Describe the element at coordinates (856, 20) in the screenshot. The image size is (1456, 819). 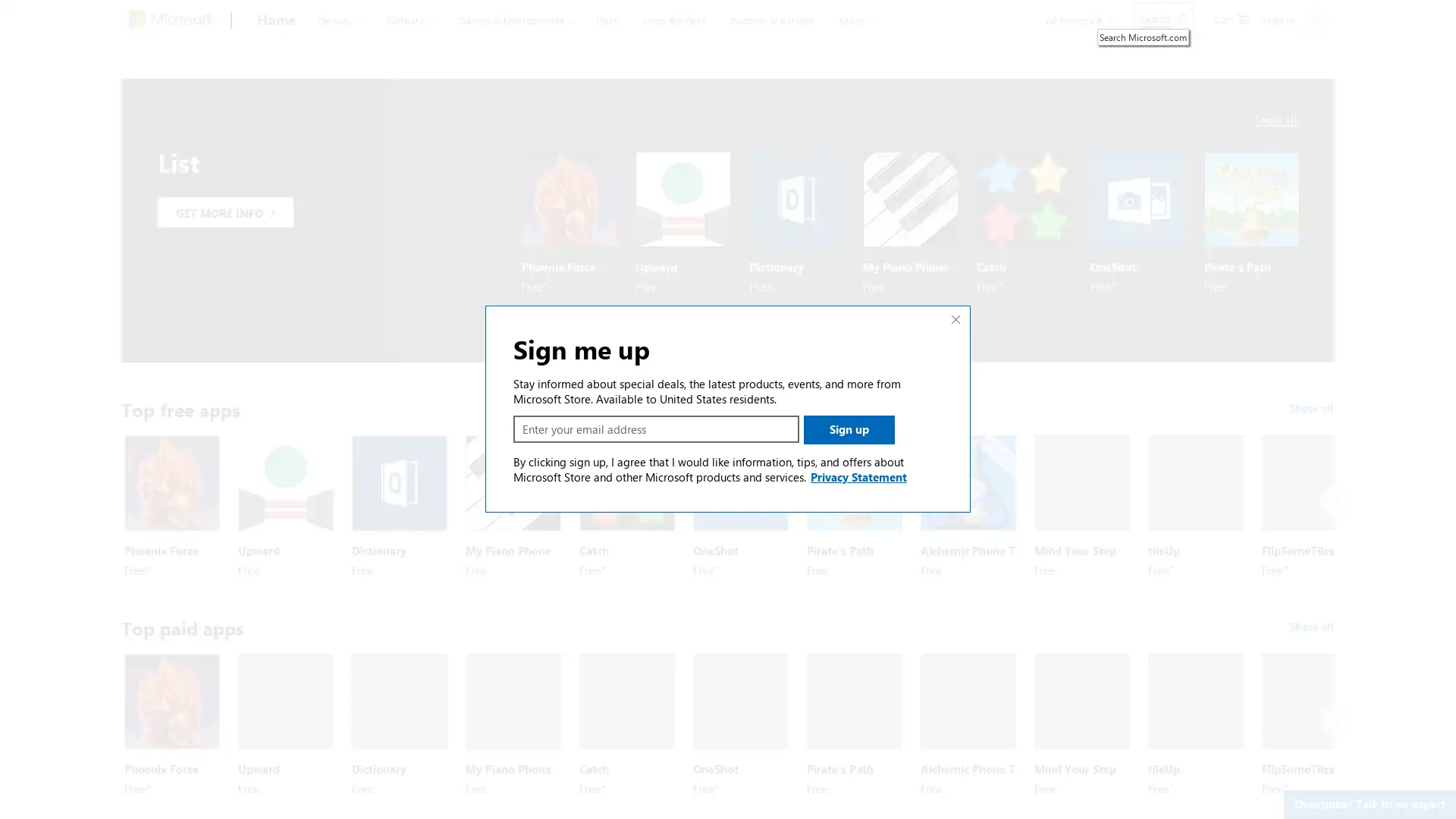
I see `More` at that location.